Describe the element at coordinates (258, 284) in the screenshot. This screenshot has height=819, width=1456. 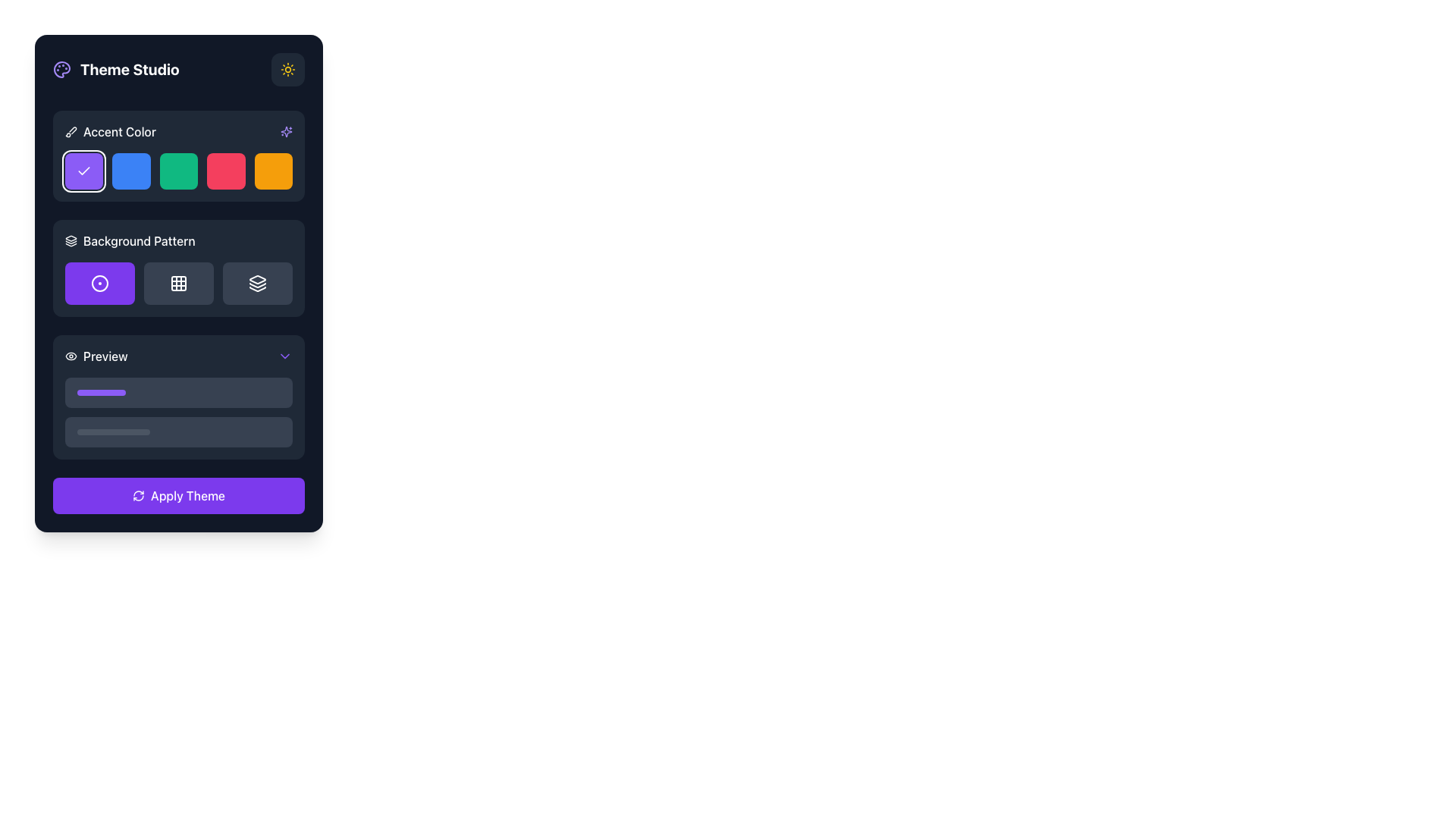
I see `the third button labeled 'Background Pattern' with a dark gray background and a white stacked layers icon` at that location.